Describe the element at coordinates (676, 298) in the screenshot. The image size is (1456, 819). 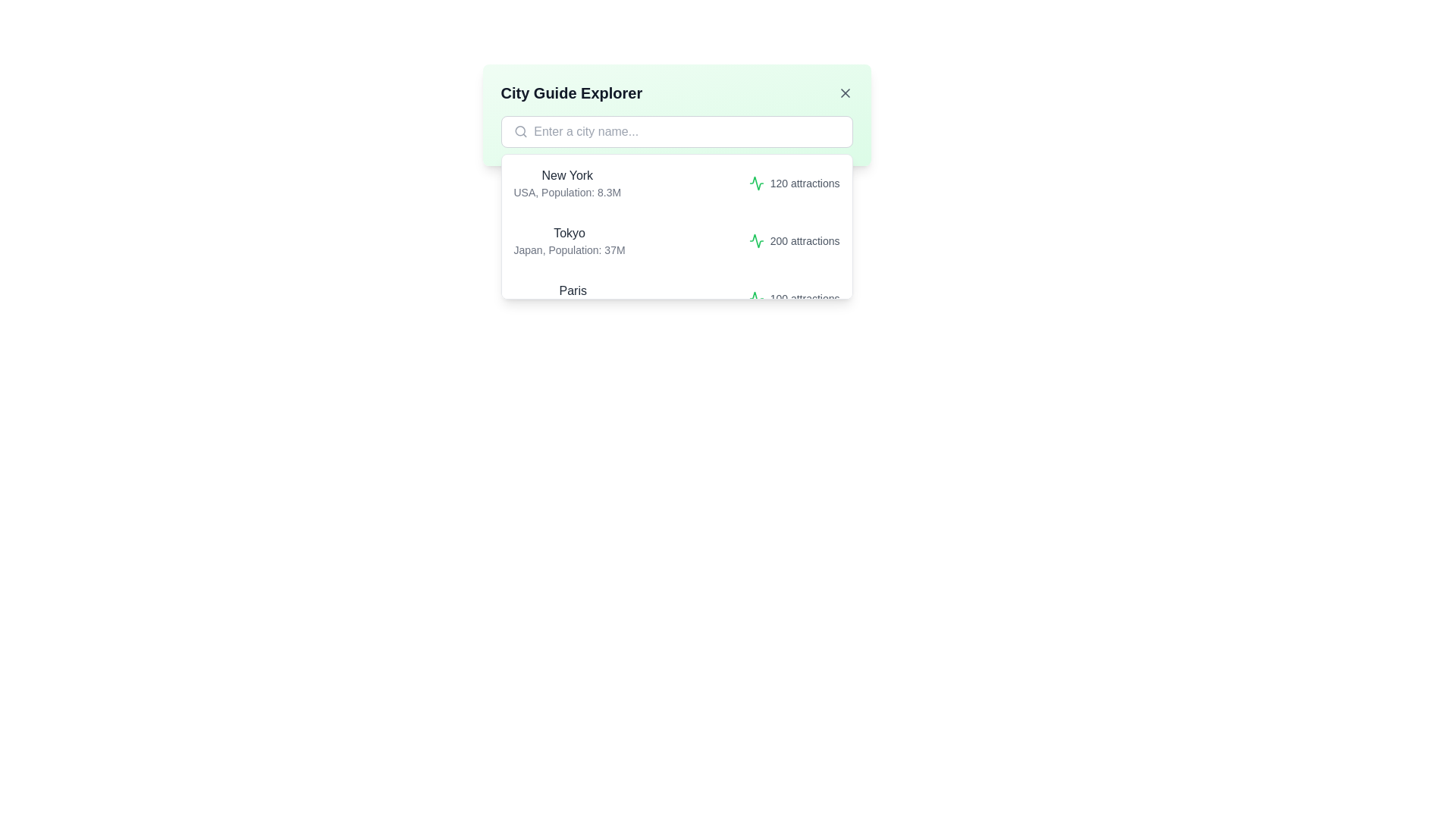
I see `the list item displaying information about Paris` at that location.